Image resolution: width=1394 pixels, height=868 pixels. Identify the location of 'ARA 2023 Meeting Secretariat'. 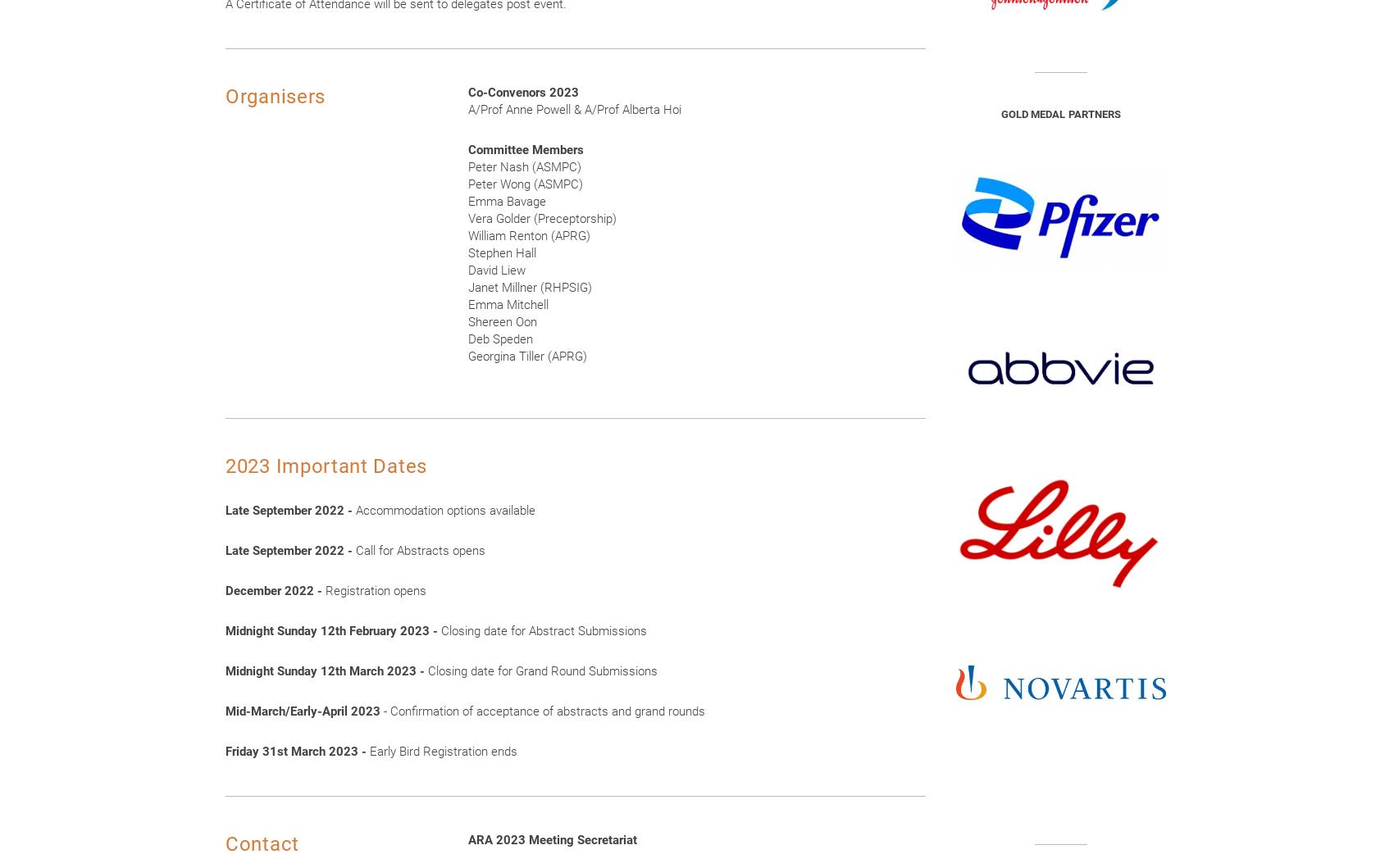
(467, 839).